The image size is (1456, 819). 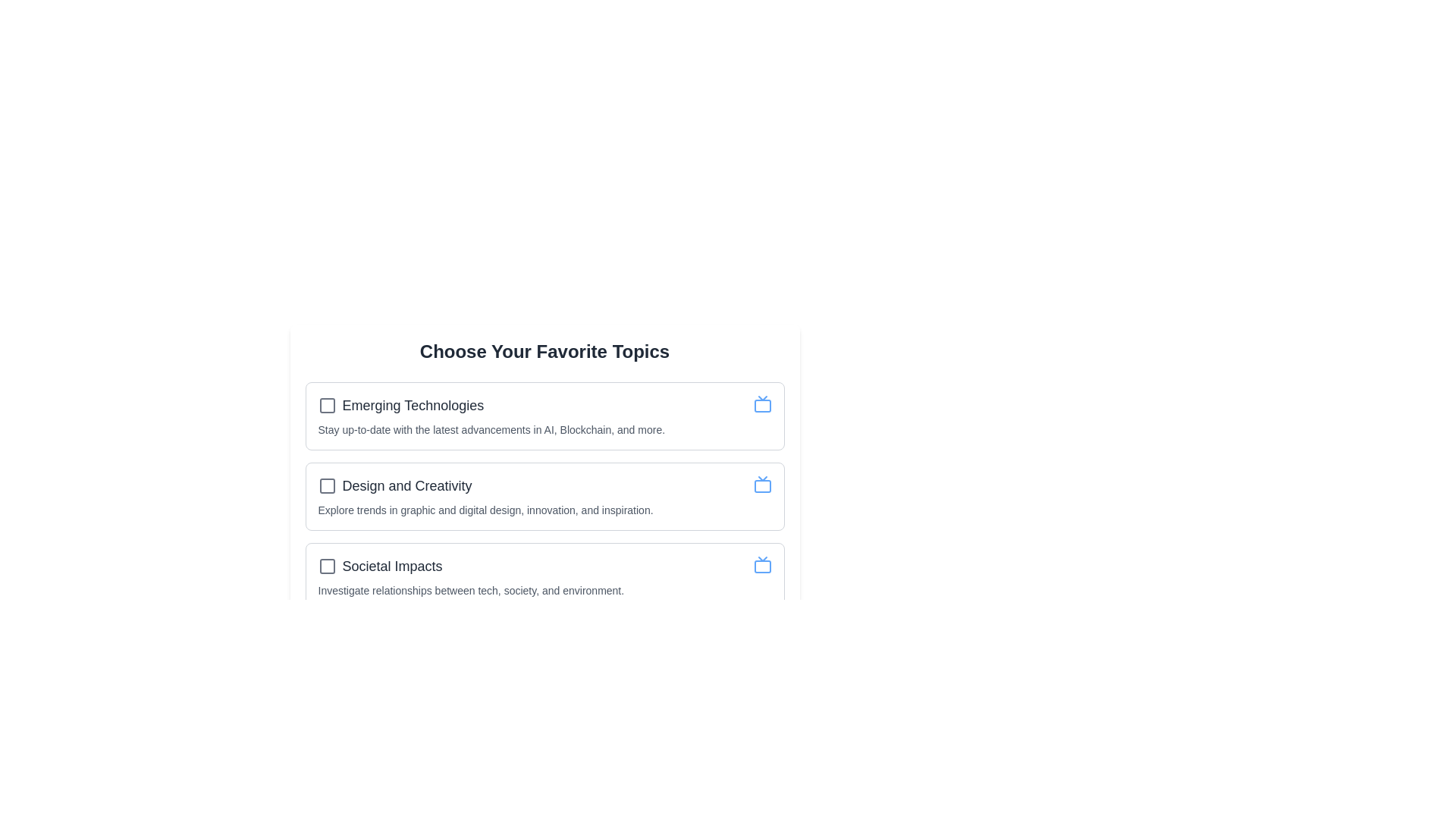 I want to click on the second selectable content module in the vertical list of topics, so click(x=544, y=497).